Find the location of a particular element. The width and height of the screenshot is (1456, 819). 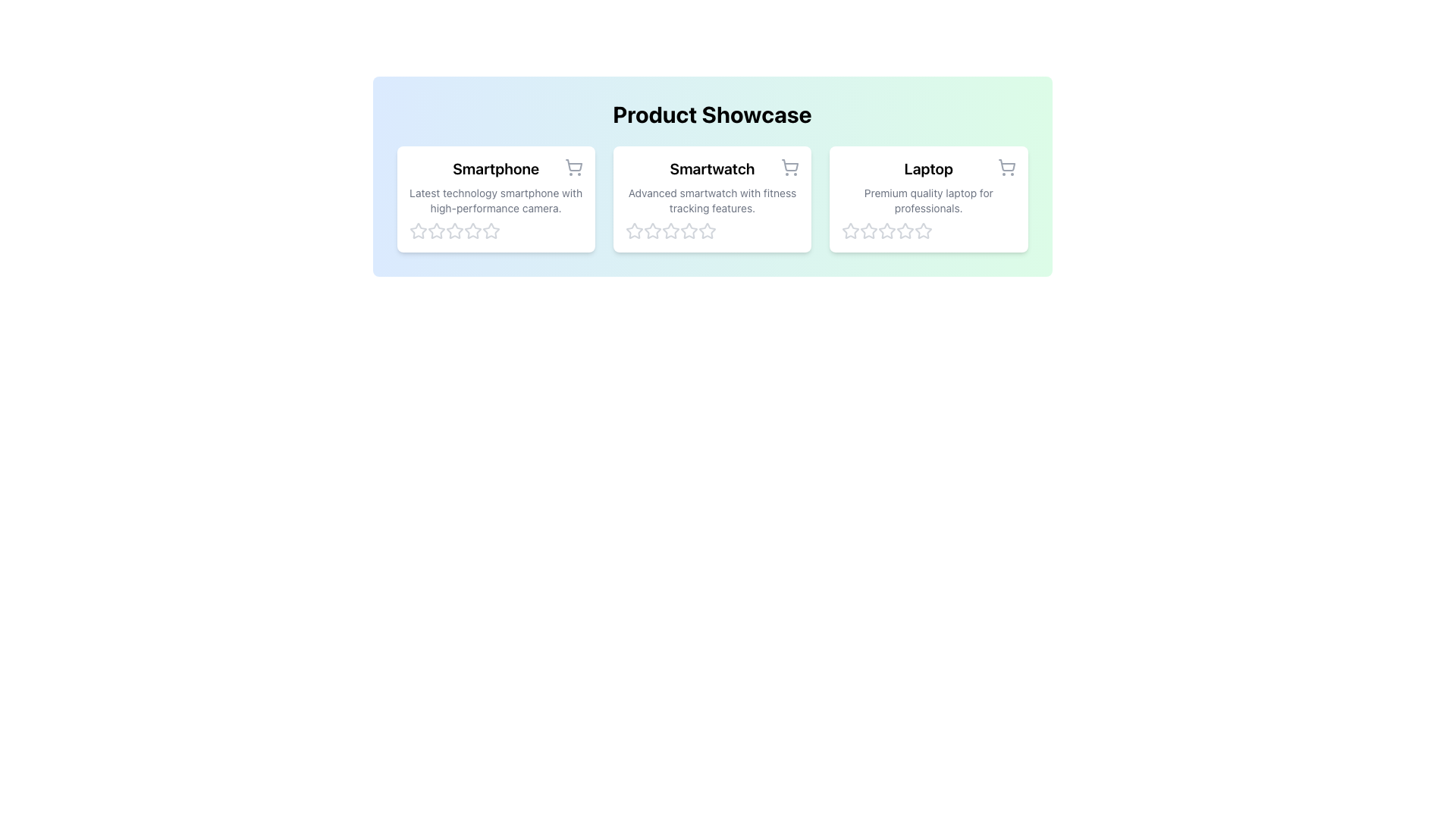

text element displaying 'Premium quality laptop for professionals.' which is located centrally below the title 'Laptop' within the card on the far-right of the 'Product Showcase' is located at coordinates (927, 200).